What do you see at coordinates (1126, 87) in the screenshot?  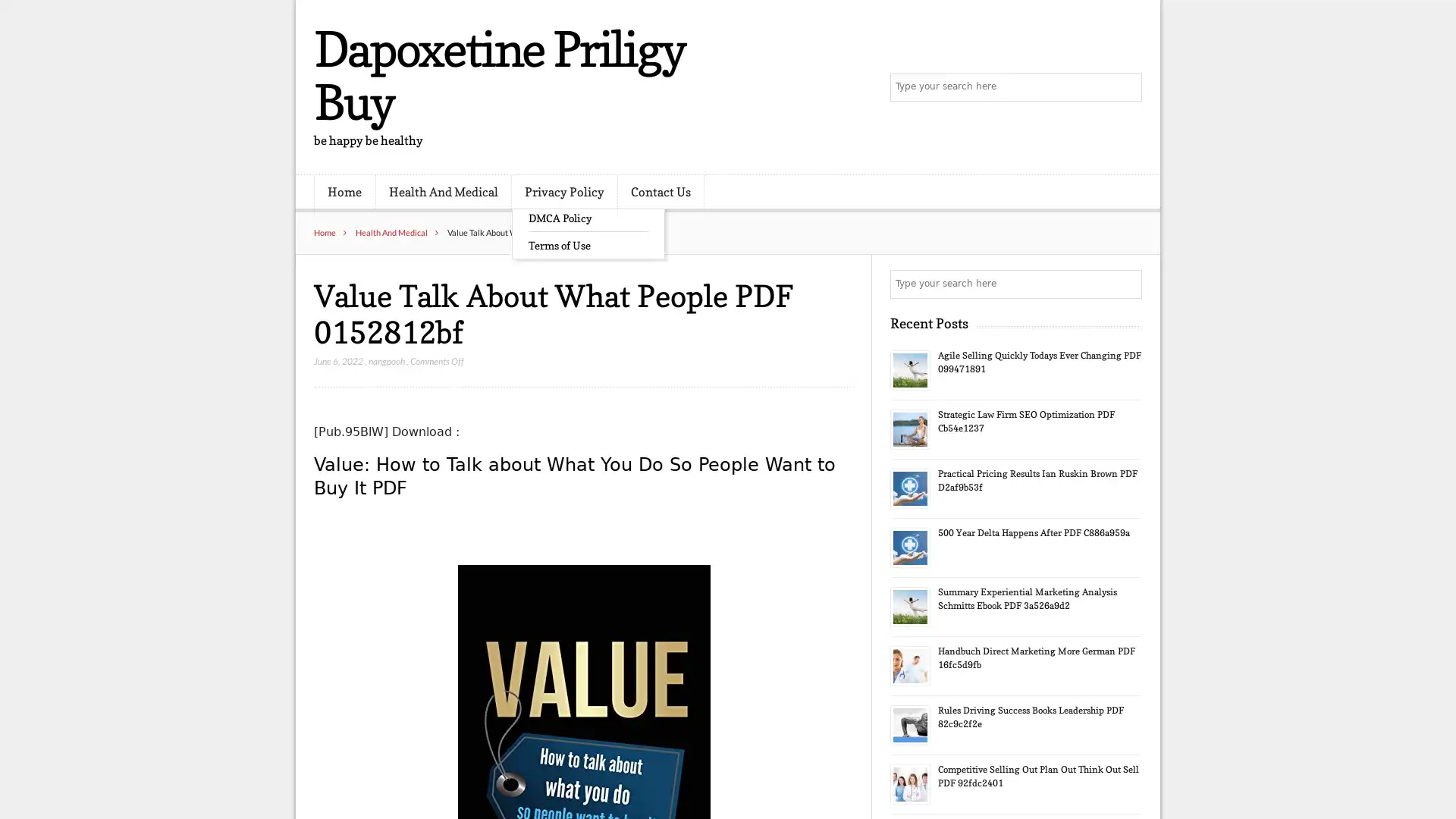 I see `Search` at bounding box center [1126, 87].